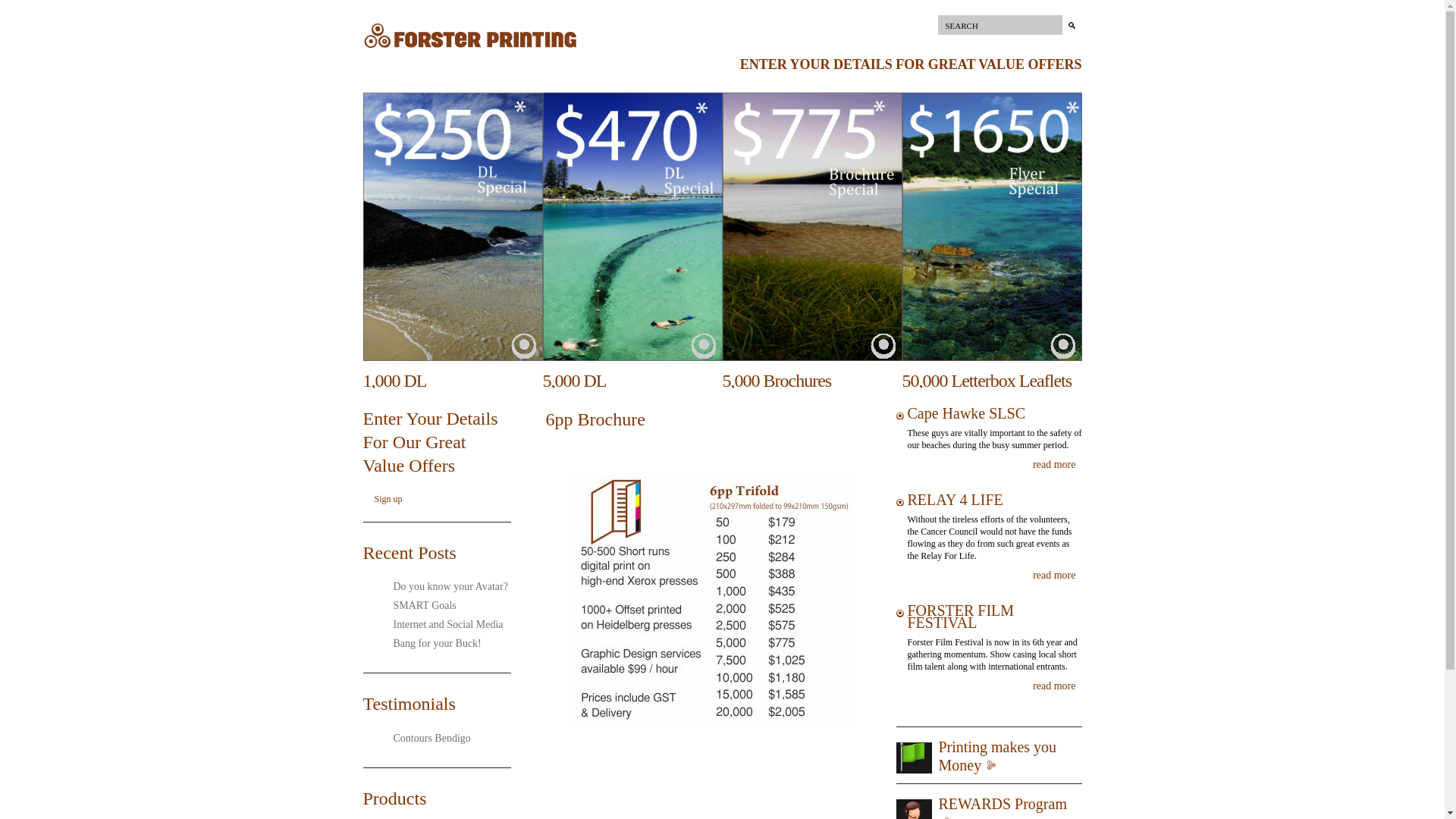  What do you see at coordinates (910, 63) in the screenshot?
I see `'ENTER YOUR DETAILS FOR GREAT VALUE OFFERS'` at bounding box center [910, 63].